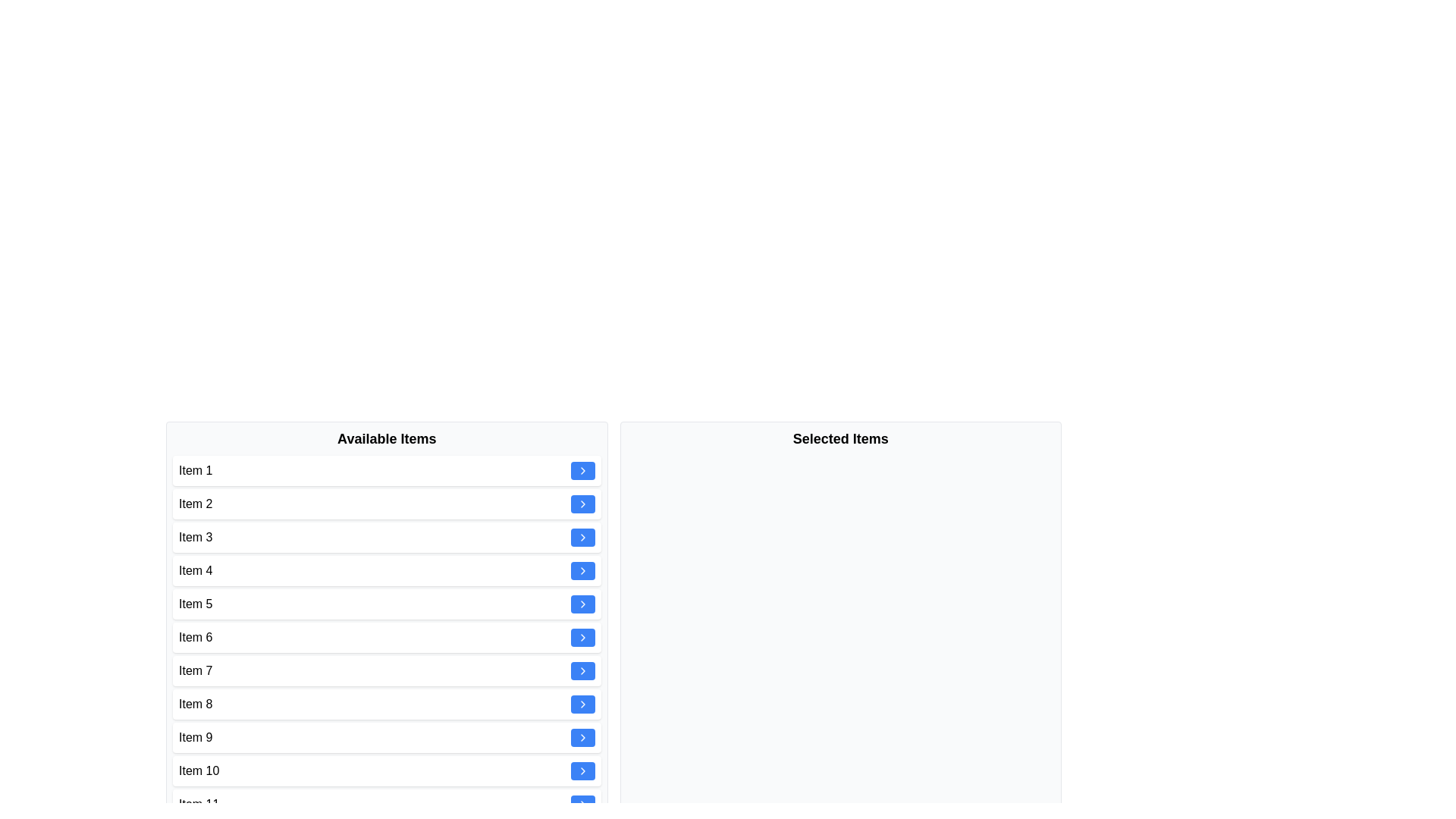 Image resolution: width=1456 pixels, height=819 pixels. I want to click on the button of the interactive list item labeled 'Item 10', so click(387, 771).